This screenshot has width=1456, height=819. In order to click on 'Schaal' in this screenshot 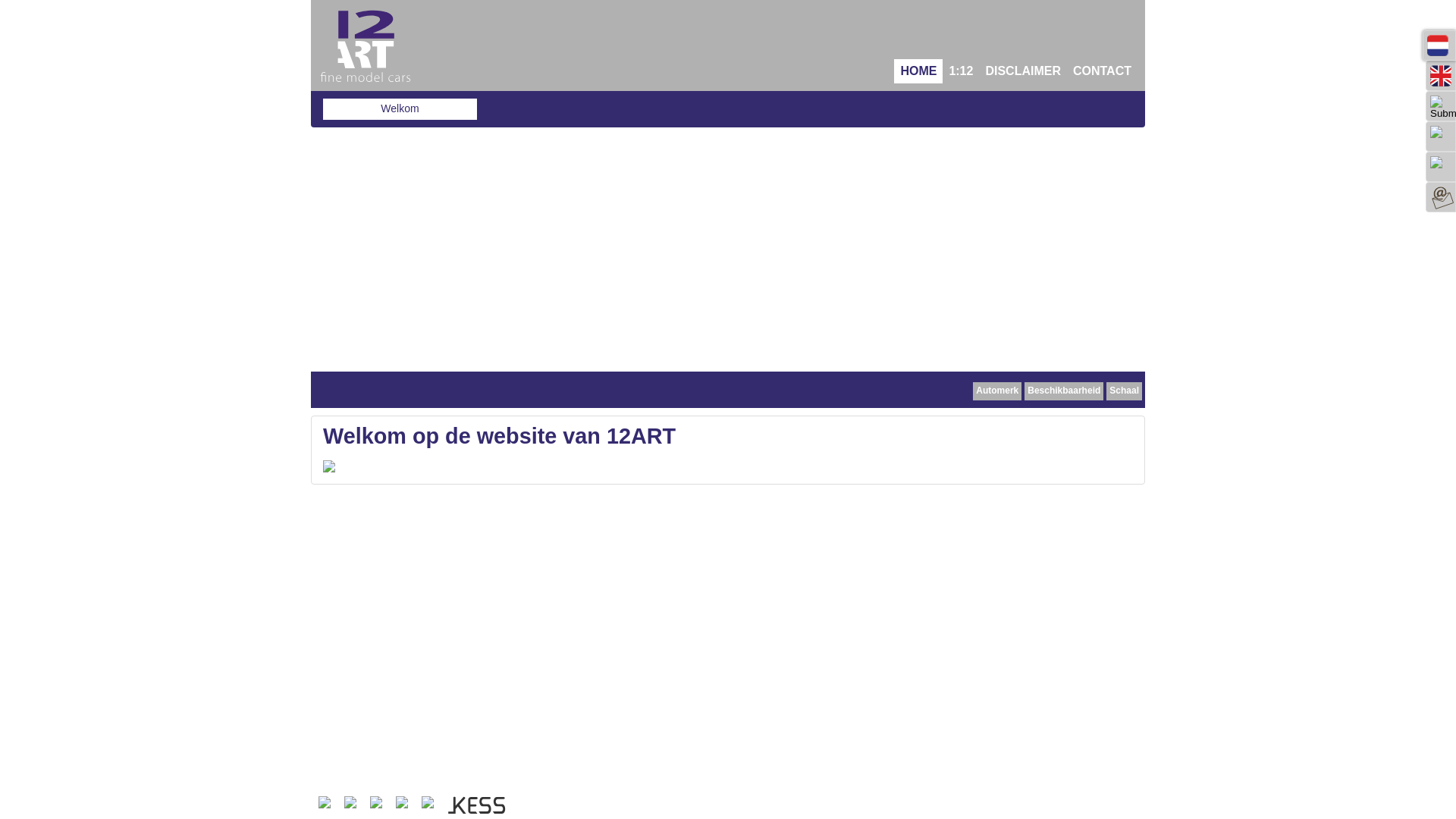, I will do `click(1124, 391)`.